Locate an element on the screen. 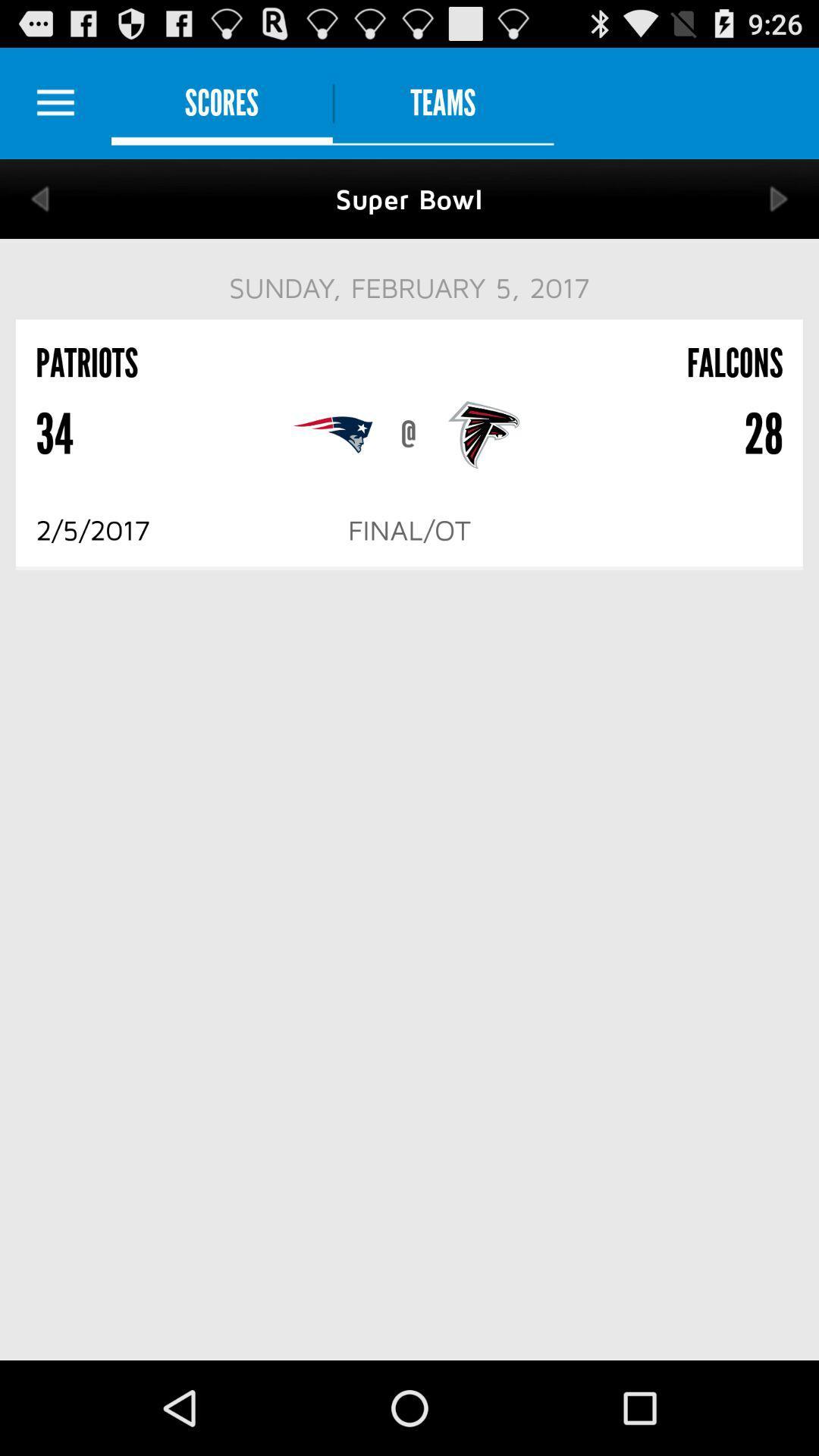 The height and width of the screenshot is (1456, 819). open menu is located at coordinates (55, 102).